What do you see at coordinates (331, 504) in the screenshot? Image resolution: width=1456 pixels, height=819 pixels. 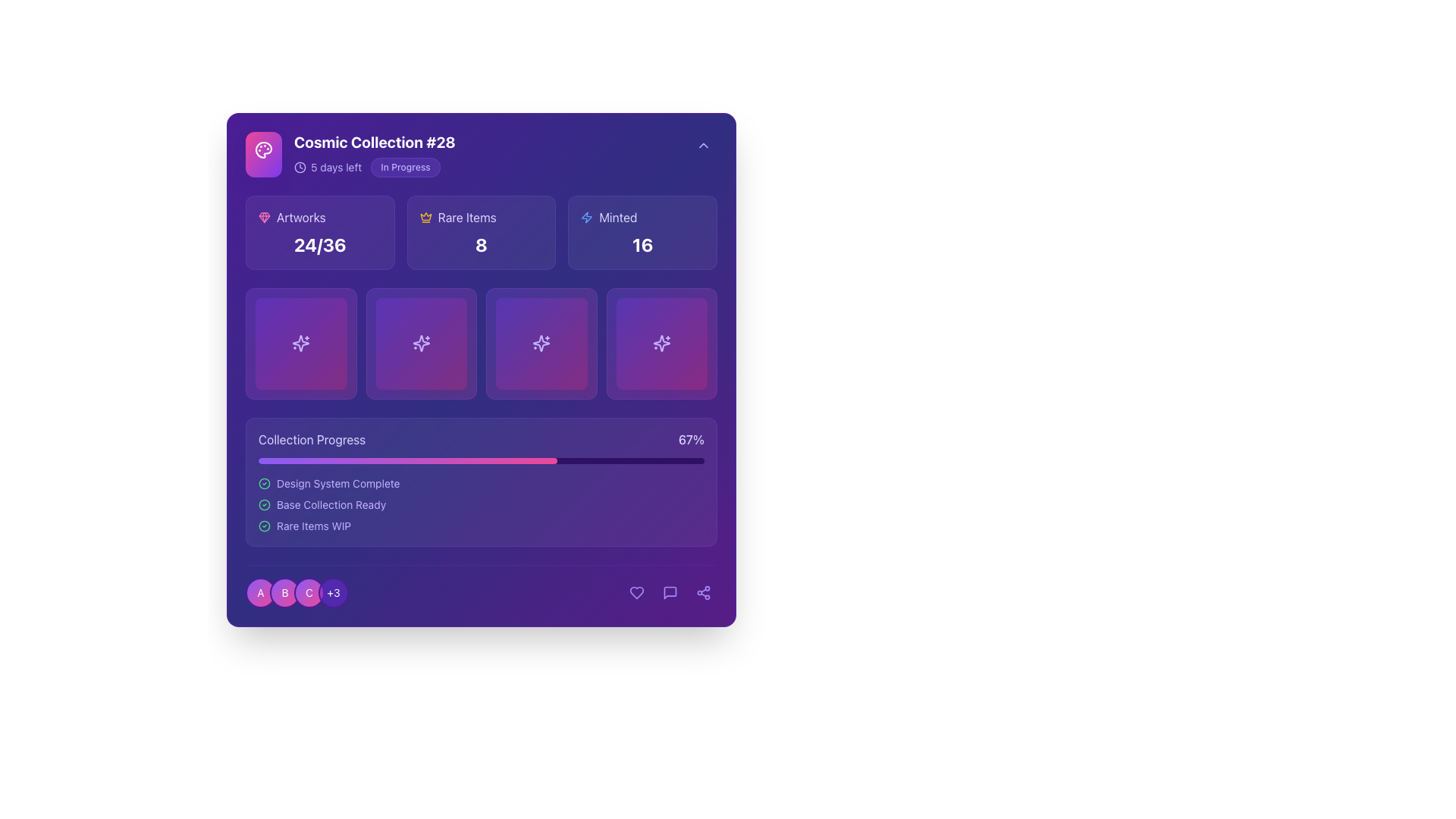 I see `the text label displaying 'Base Collection Ready', which is the second entry in the vertically stacked list within the 'Collection Progress' panel` at bounding box center [331, 504].